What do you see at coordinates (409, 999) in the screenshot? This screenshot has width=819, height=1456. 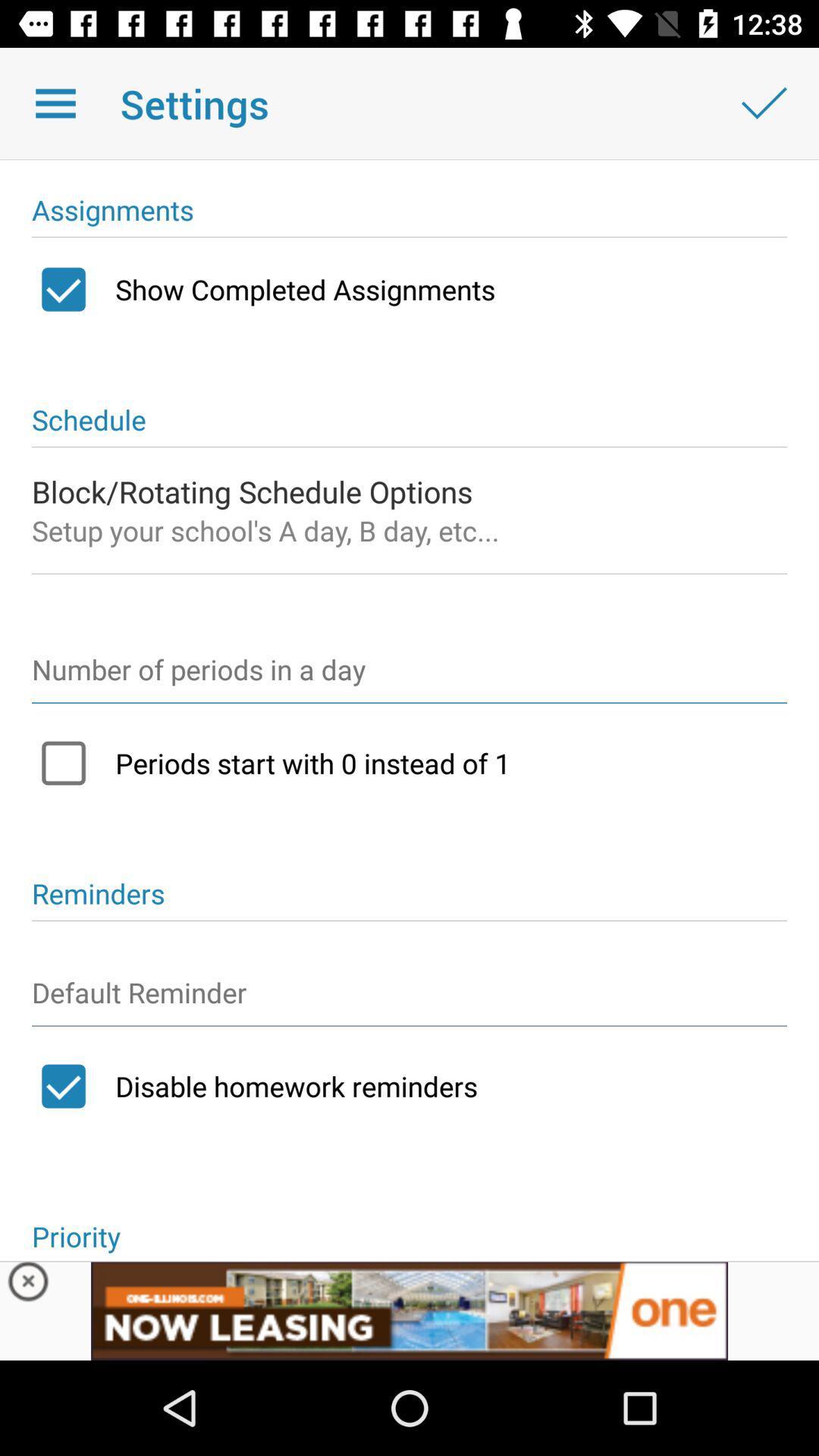 I see `button setting icon` at bounding box center [409, 999].